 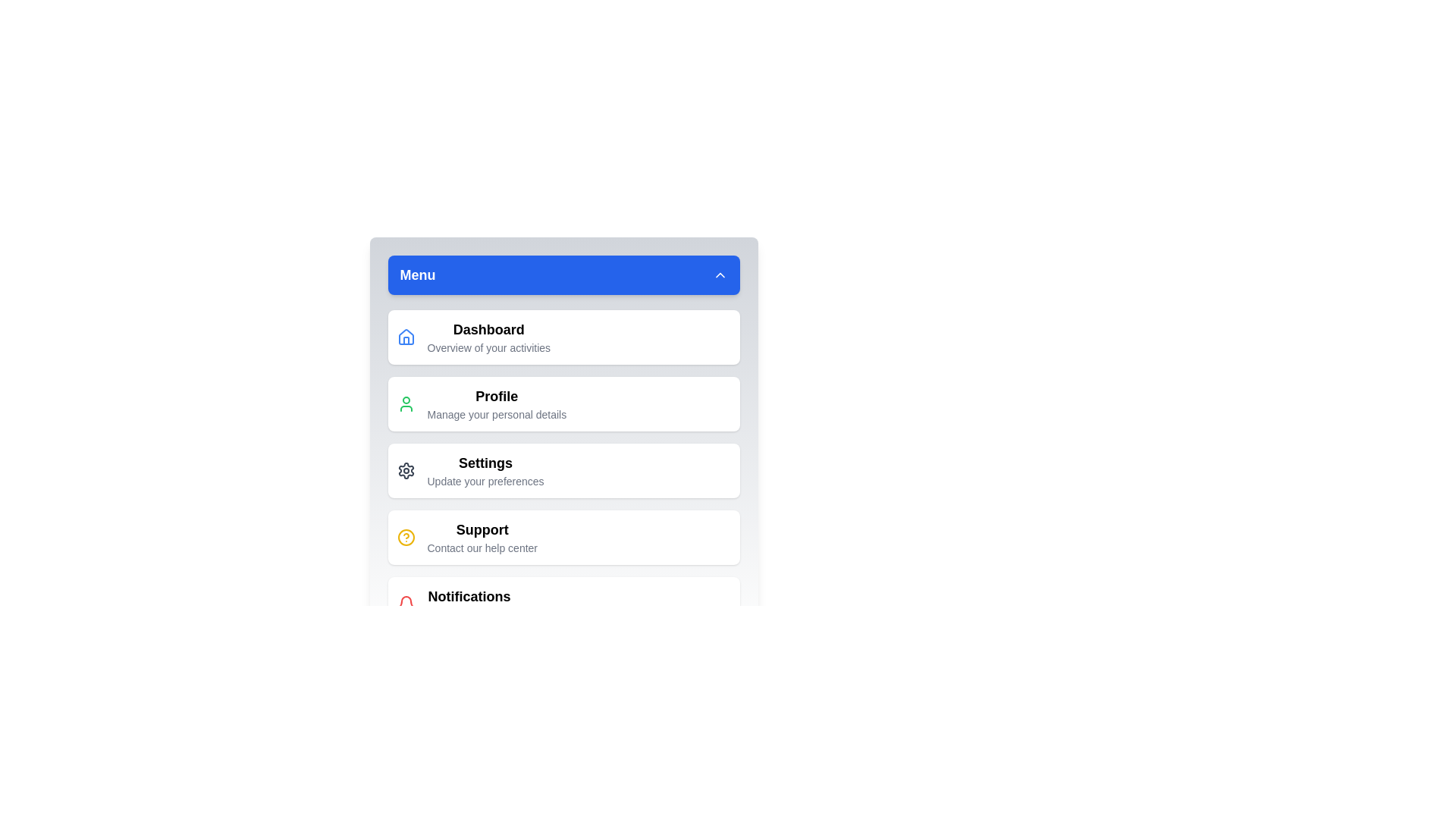 I want to click on the label displaying 'Manage your personal details,' which is styled in a smaller gray font and positioned below the 'Profile' title, to read its content, so click(x=497, y=415).